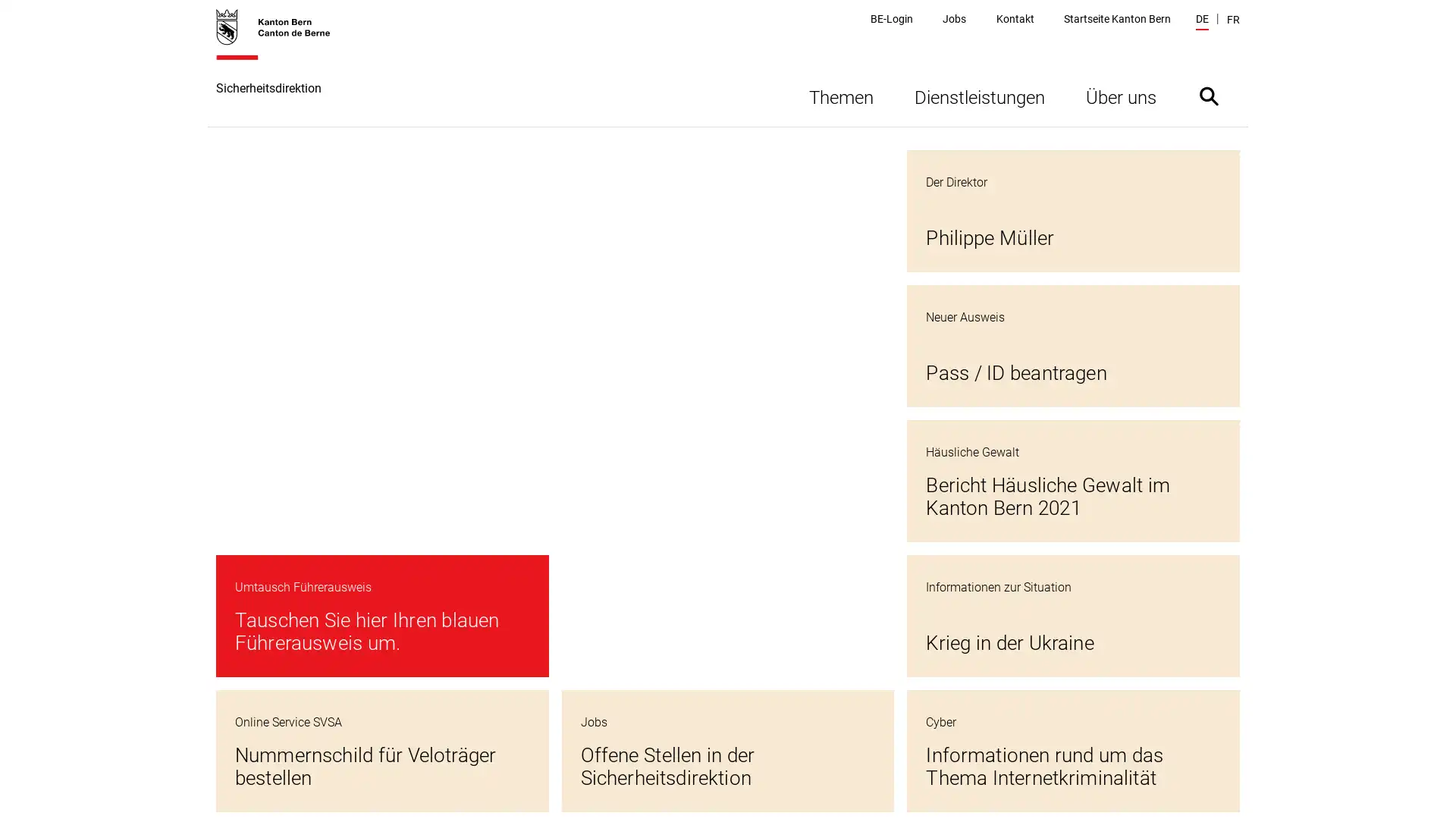 Image resolution: width=1456 pixels, height=819 pixels. Describe the element at coordinates (1207, 97) in the screenshot. I see `Suche ein- oder ausblenden` at that location.